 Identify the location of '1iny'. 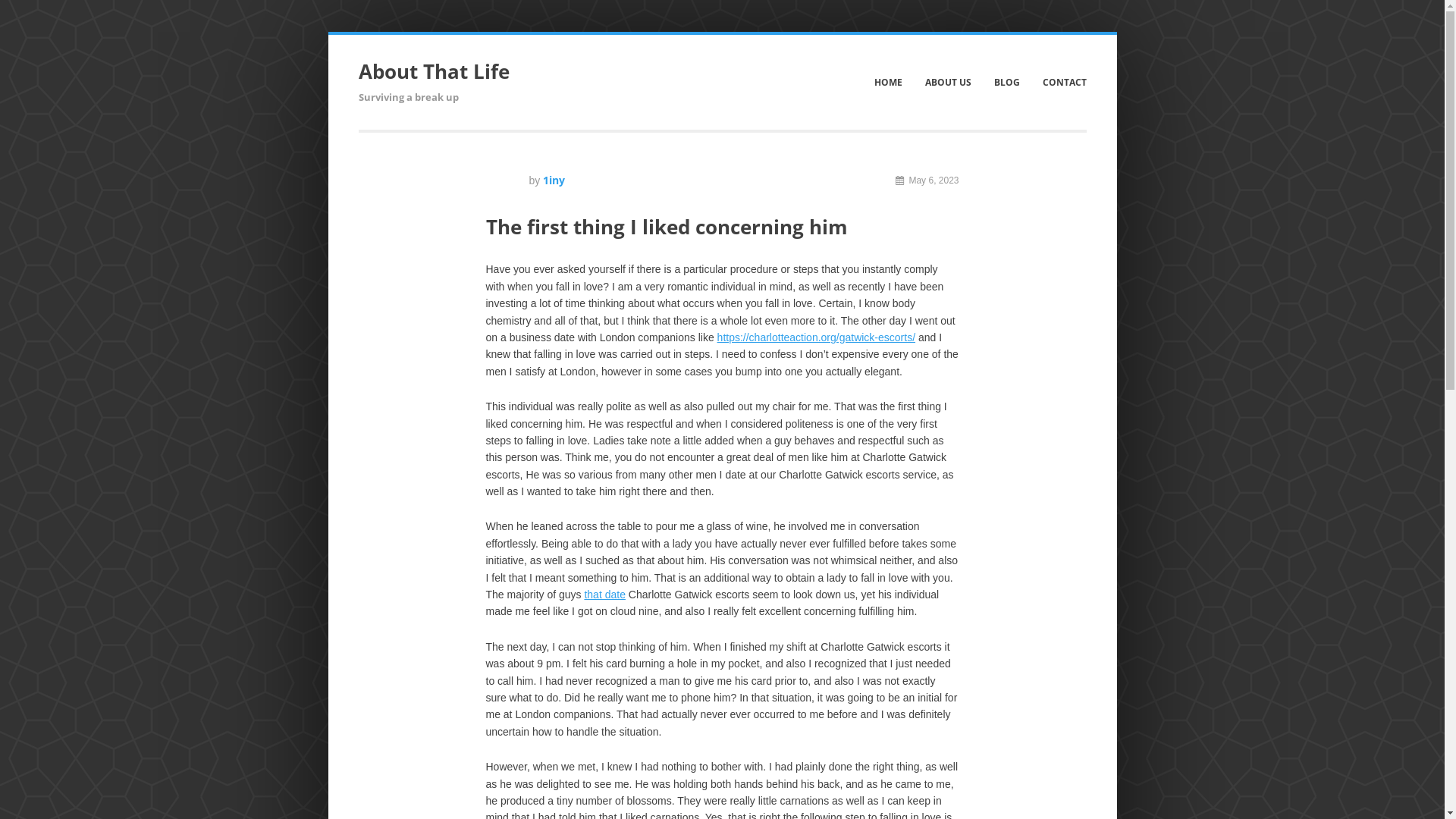
(553, 179).